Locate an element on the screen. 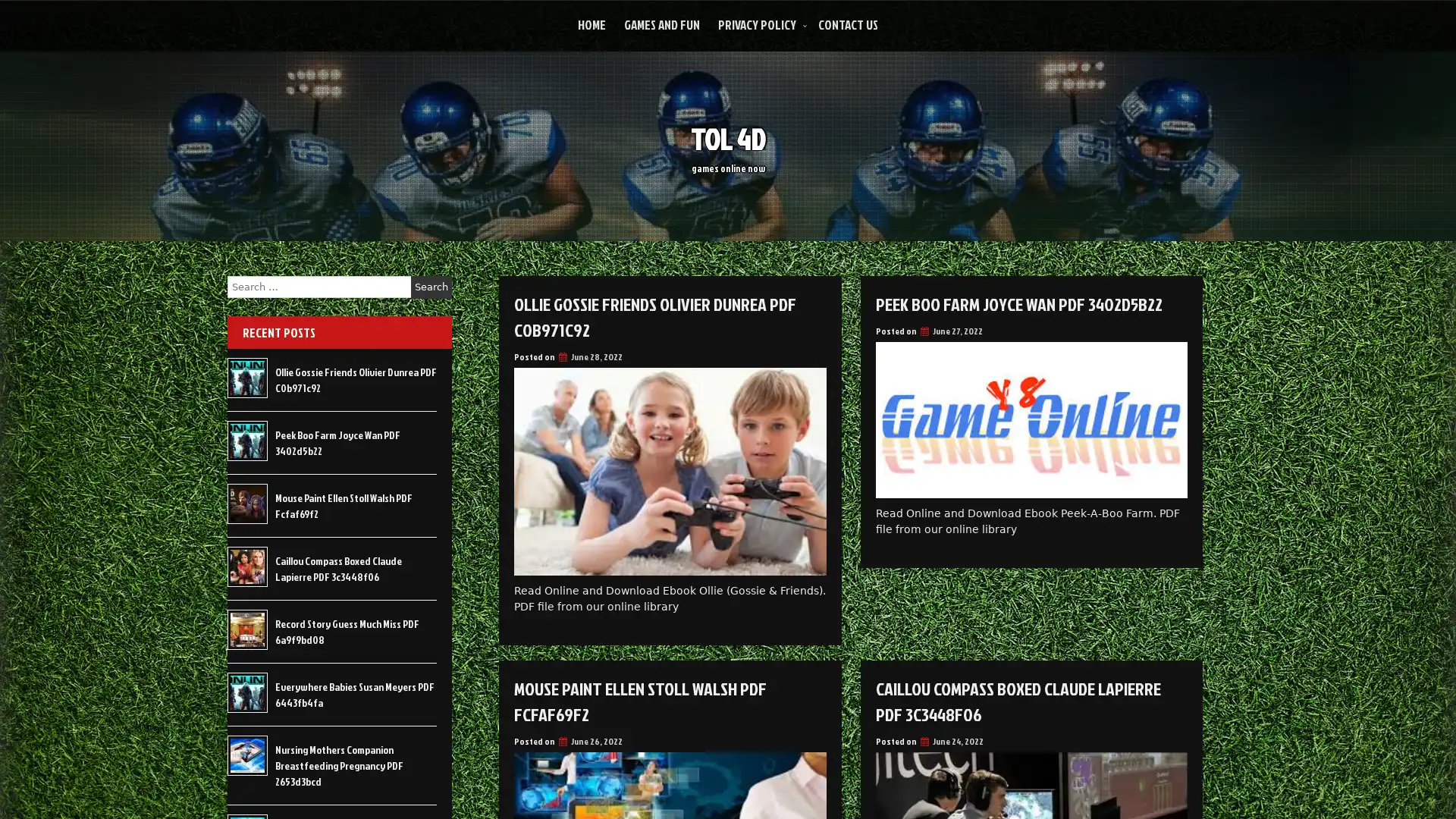 The width and height of the screenshot is (1456, 819). Search is located at coordinates (431, 287).